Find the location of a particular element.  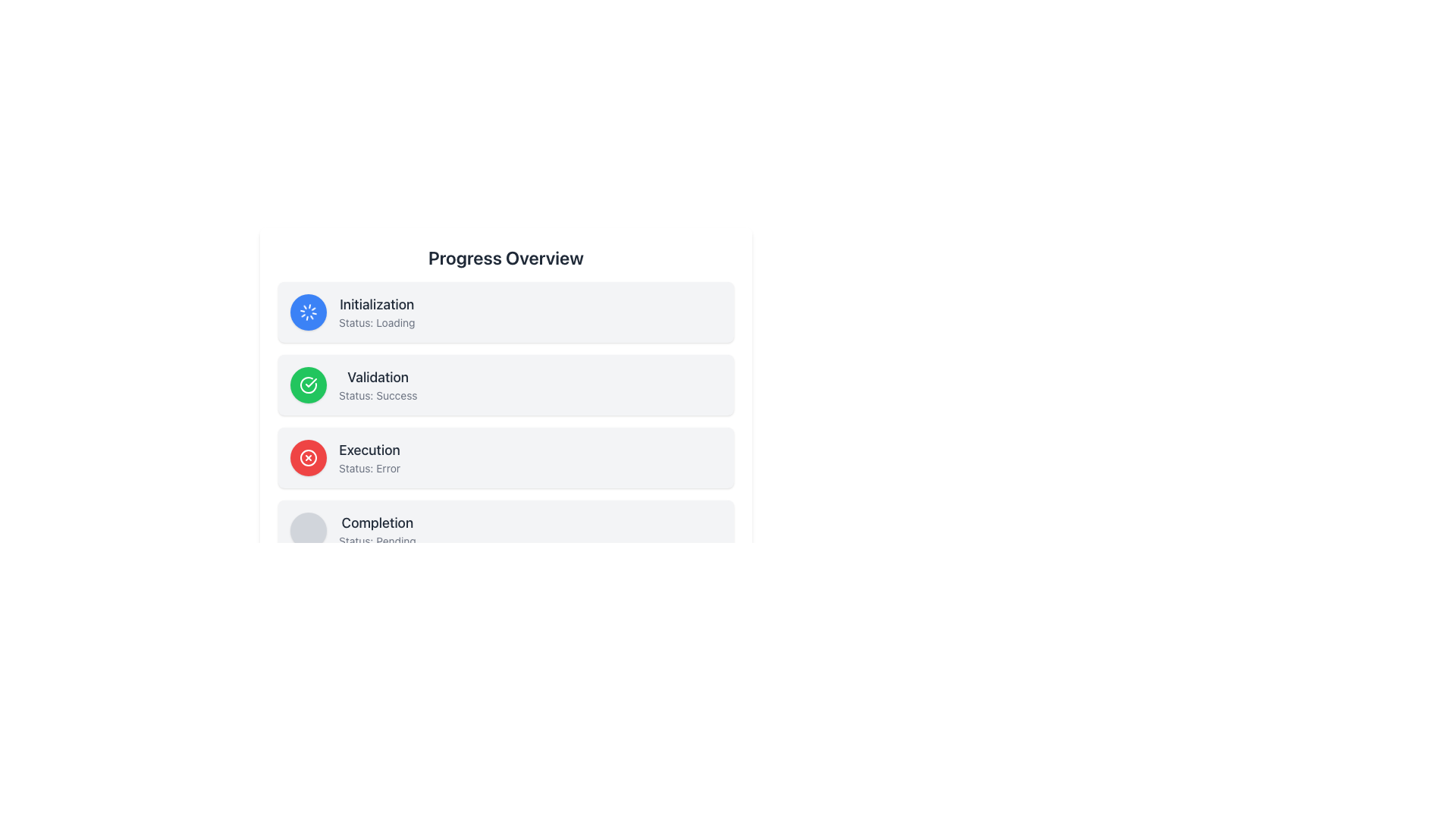

the SVG Circle element representing a crossed-out circle for the 'Execution' item in the 'Progress Overview' list, which indicates error or cancellation is located at coordinates (308, 457).